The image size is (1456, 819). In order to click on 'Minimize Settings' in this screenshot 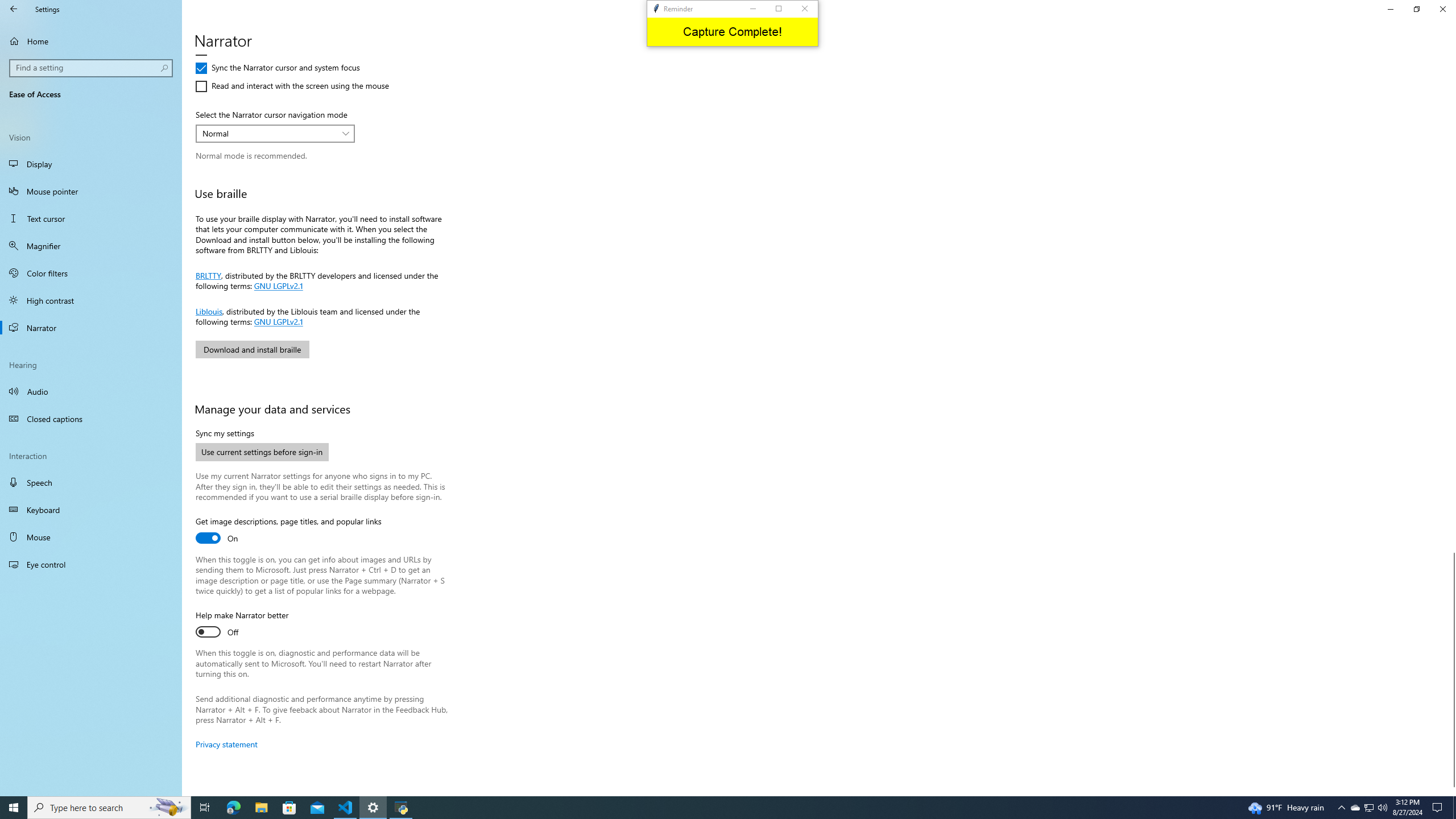, I will do `click(1389, 9)`.